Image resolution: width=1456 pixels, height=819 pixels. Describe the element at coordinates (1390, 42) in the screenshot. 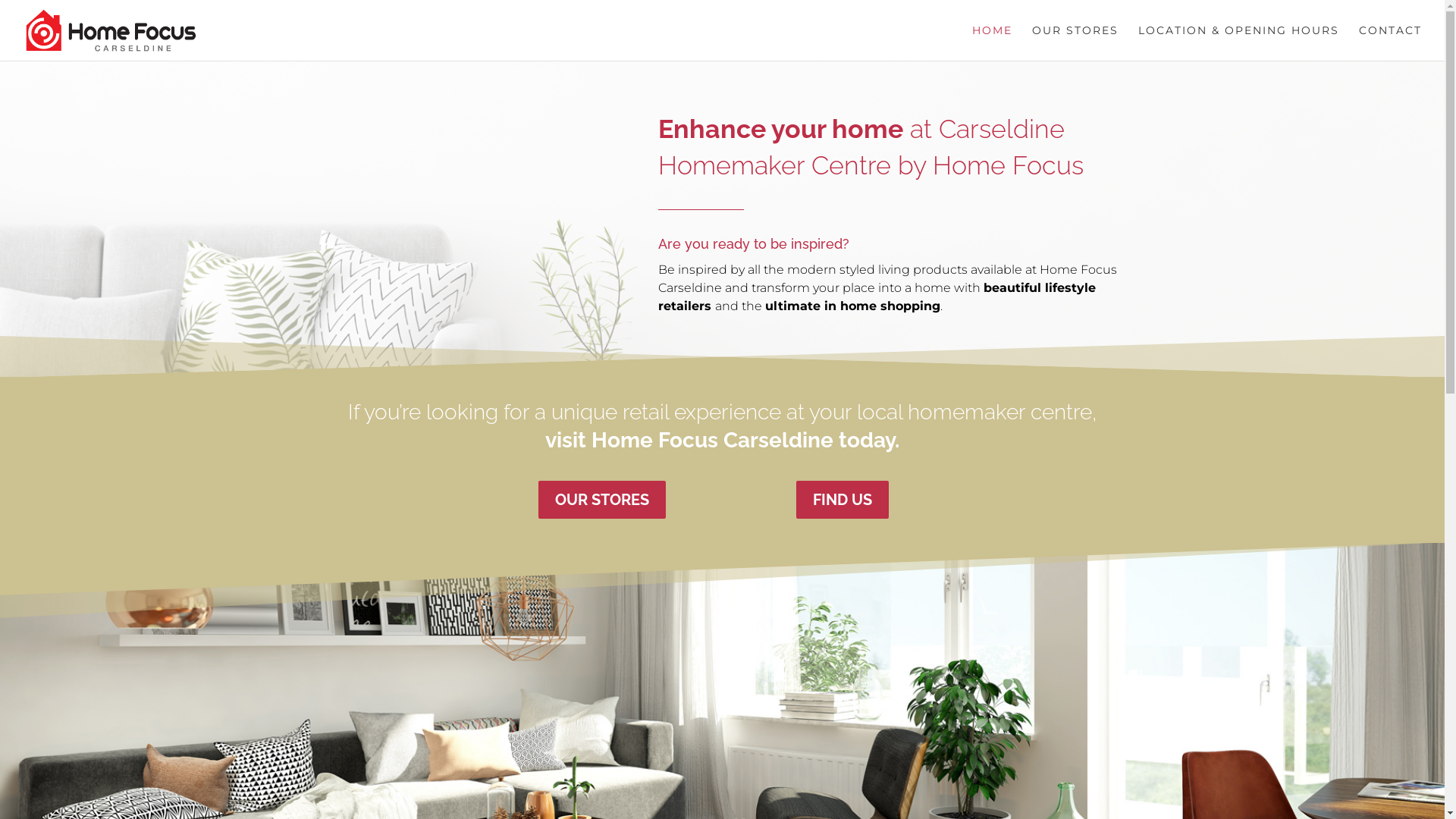

I see `'CONTACT'` at that location.